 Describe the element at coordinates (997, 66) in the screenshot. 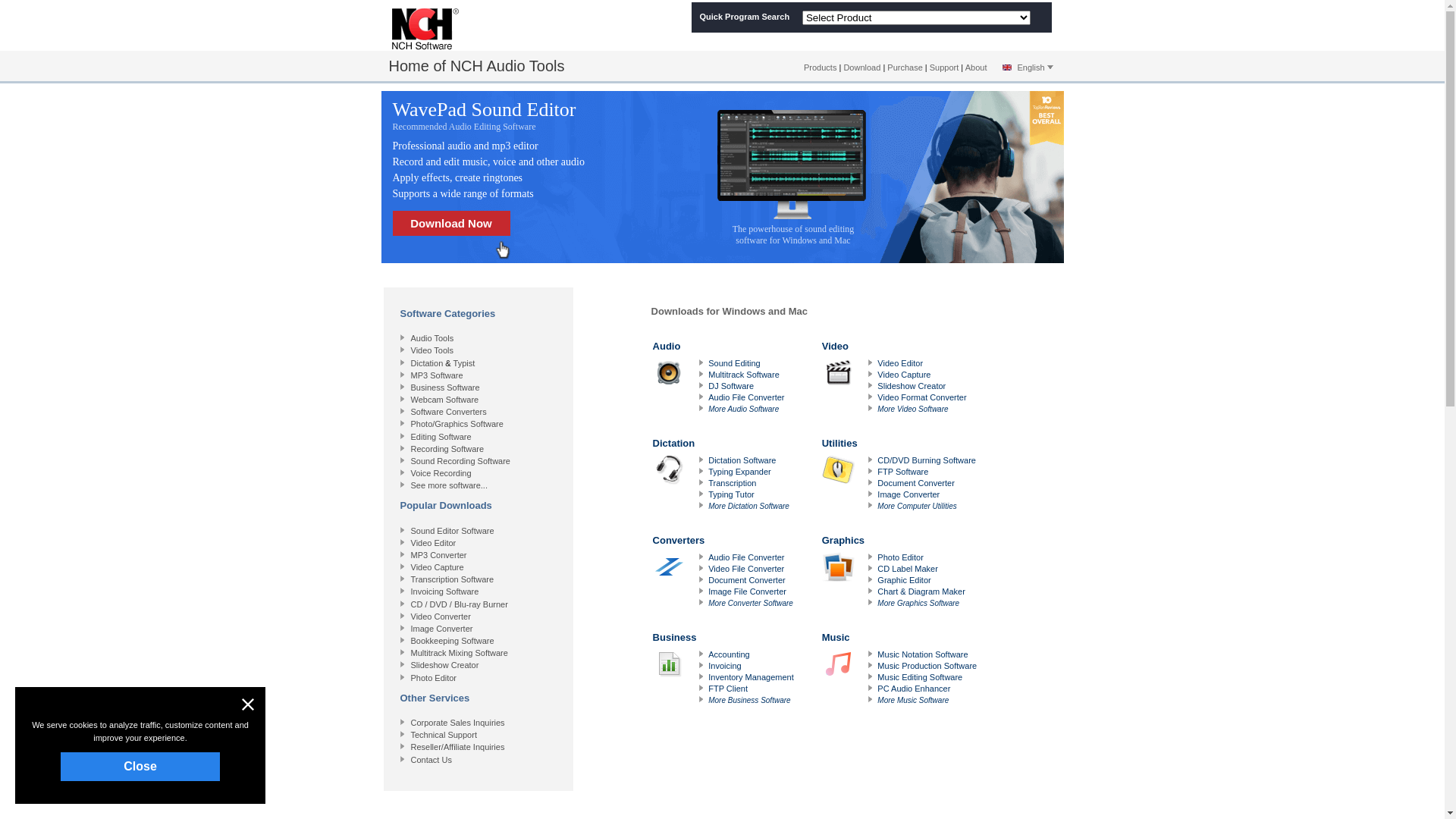

I see `'English'` at that location.